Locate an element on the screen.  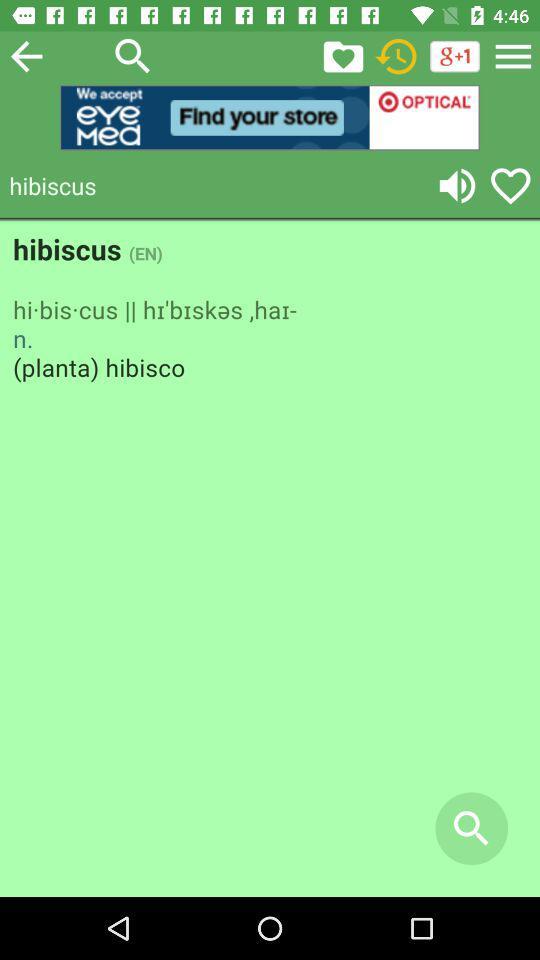
open search bar is located at coordinates (133, 55).